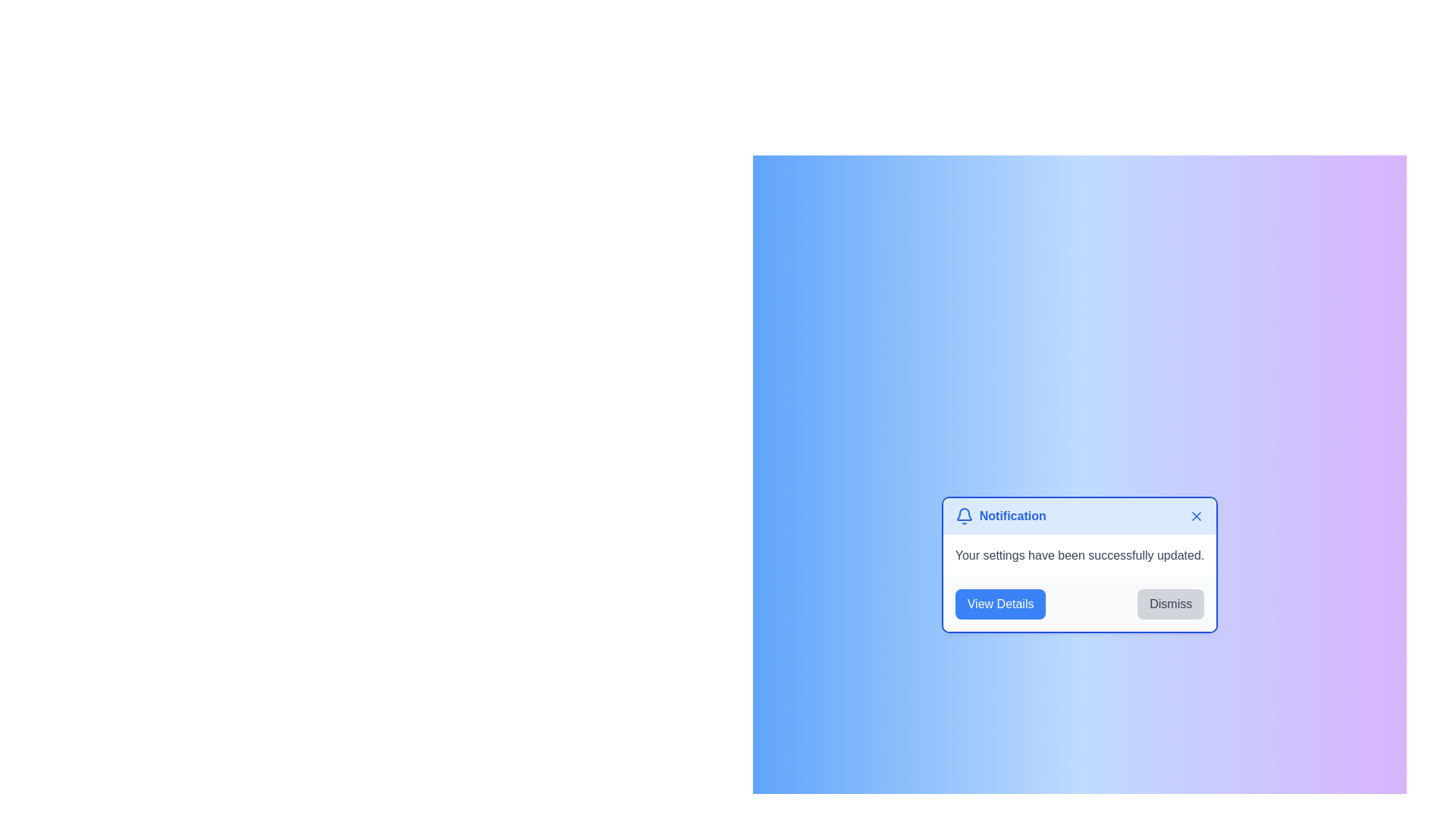 The width and height of the screenshot is (1456, 819). Describe the element at coordinates (1196, 516) in the screenshot. I see `the close button icon located at the upper-right corner of the notification dialog to dismiss the notification` at that location.